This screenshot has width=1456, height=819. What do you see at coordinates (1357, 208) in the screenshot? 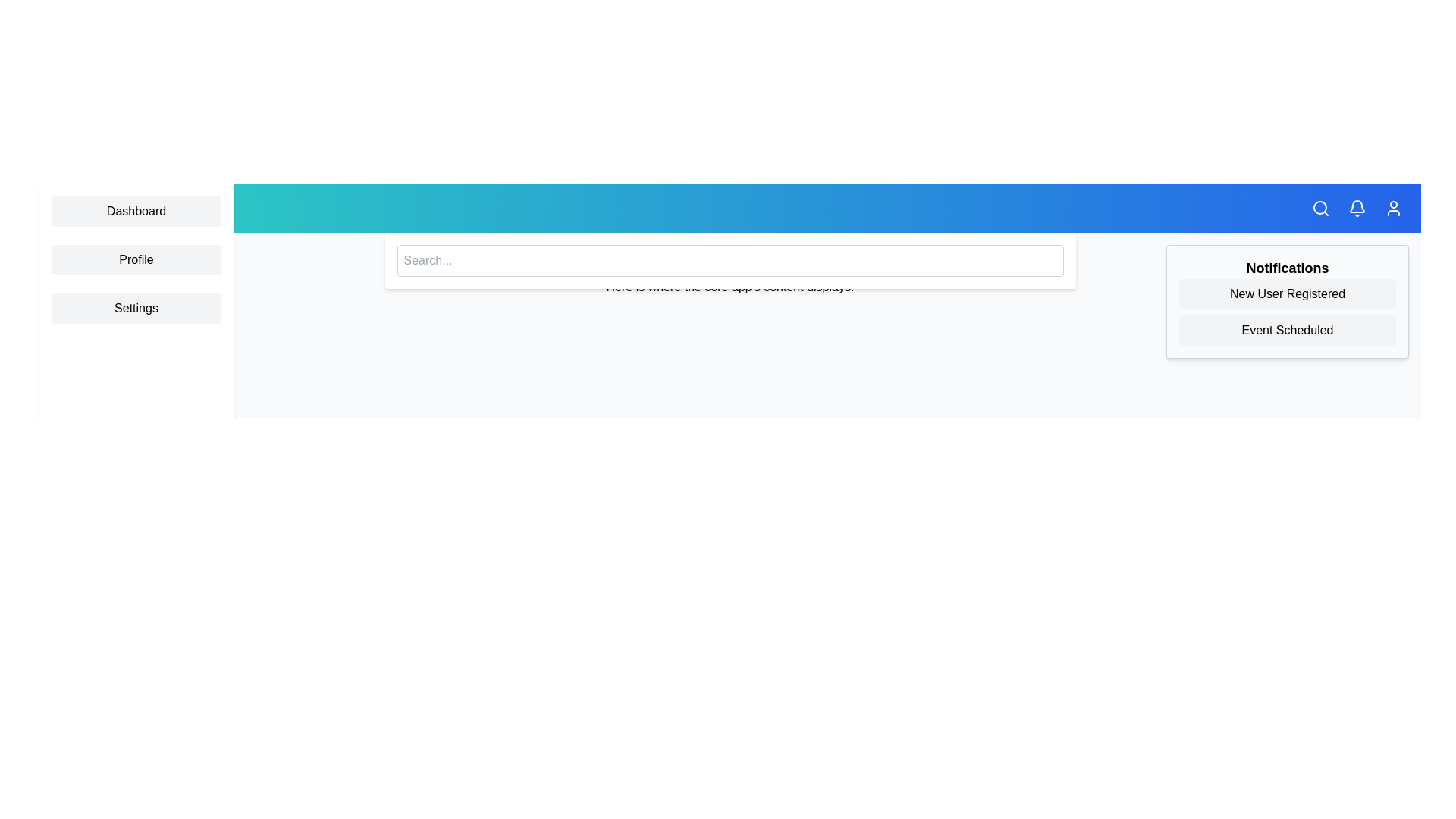
I see `the bell-shaped notification icon, which is white on a gradient blue background, located in the top-right corner between the magnifying glass icon and the user silhouette icon` at bounding box center [1357, 208].